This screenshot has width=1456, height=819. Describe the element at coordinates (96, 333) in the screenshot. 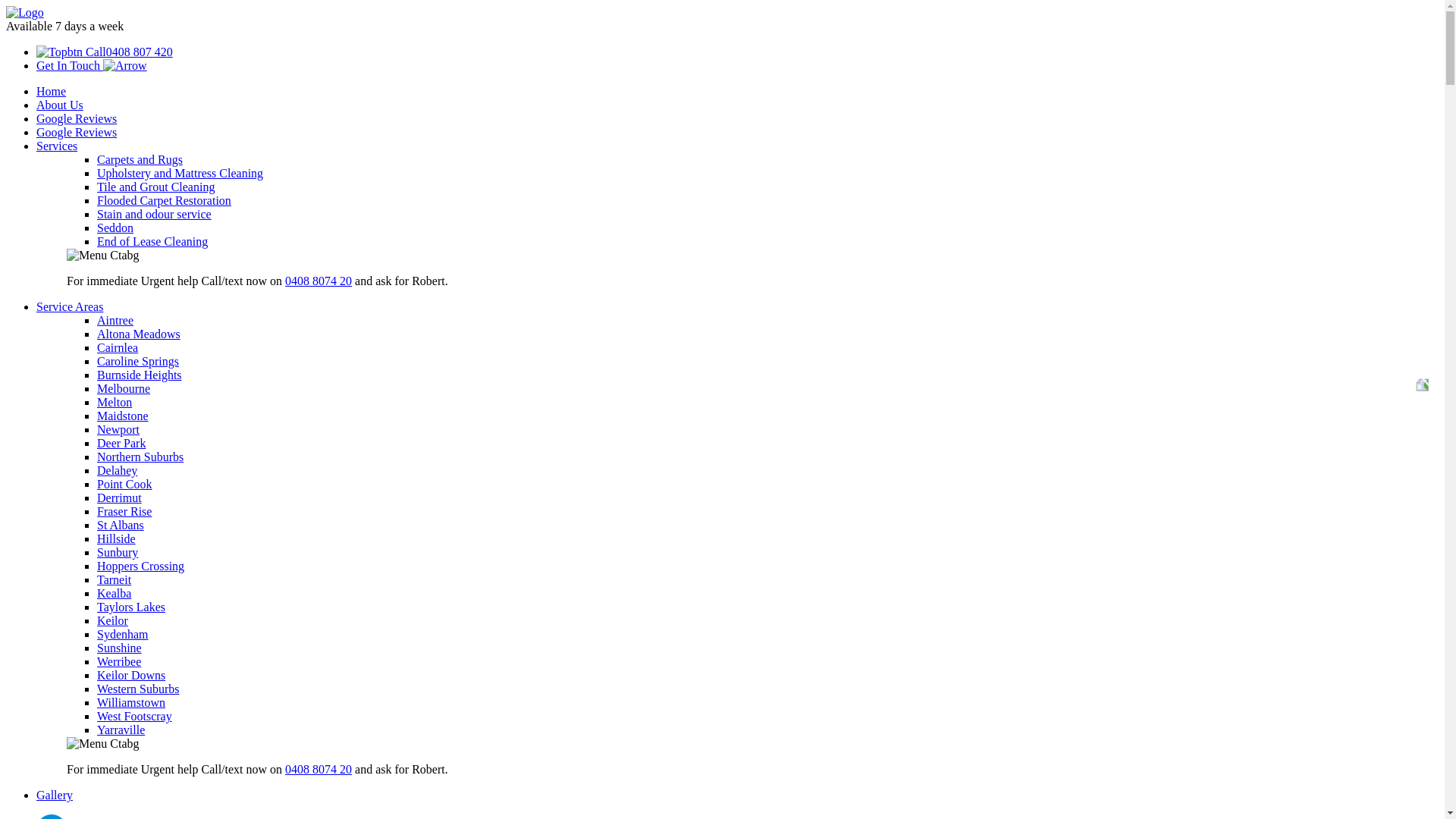

I see `'Altona Meadows'` at that location.